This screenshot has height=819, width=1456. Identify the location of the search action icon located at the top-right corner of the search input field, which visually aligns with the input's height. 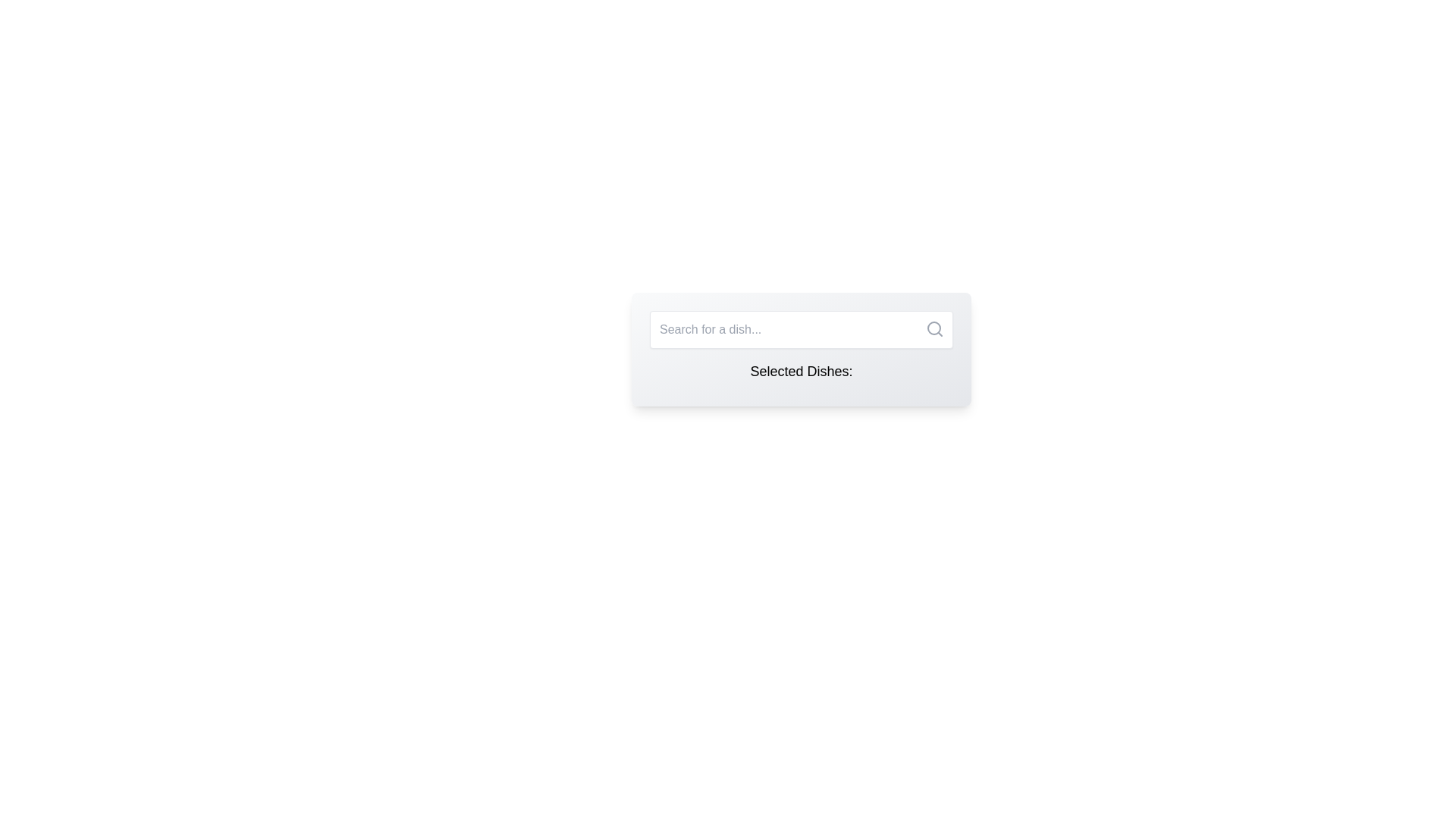
(934, 328).